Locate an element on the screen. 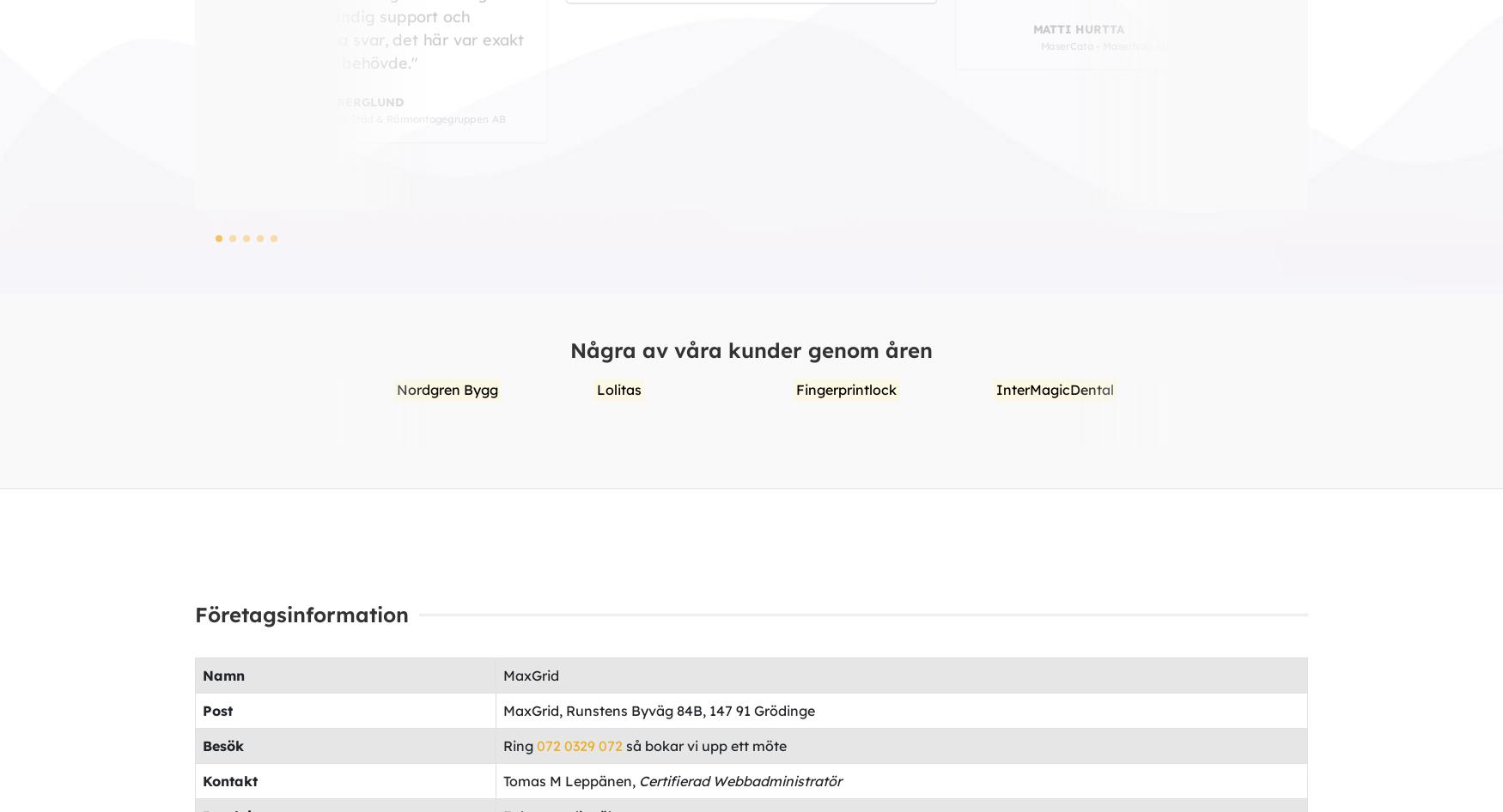 The image size is (1503, 812). 'Resultathöjarna' is located at coordinates (1094, 388).